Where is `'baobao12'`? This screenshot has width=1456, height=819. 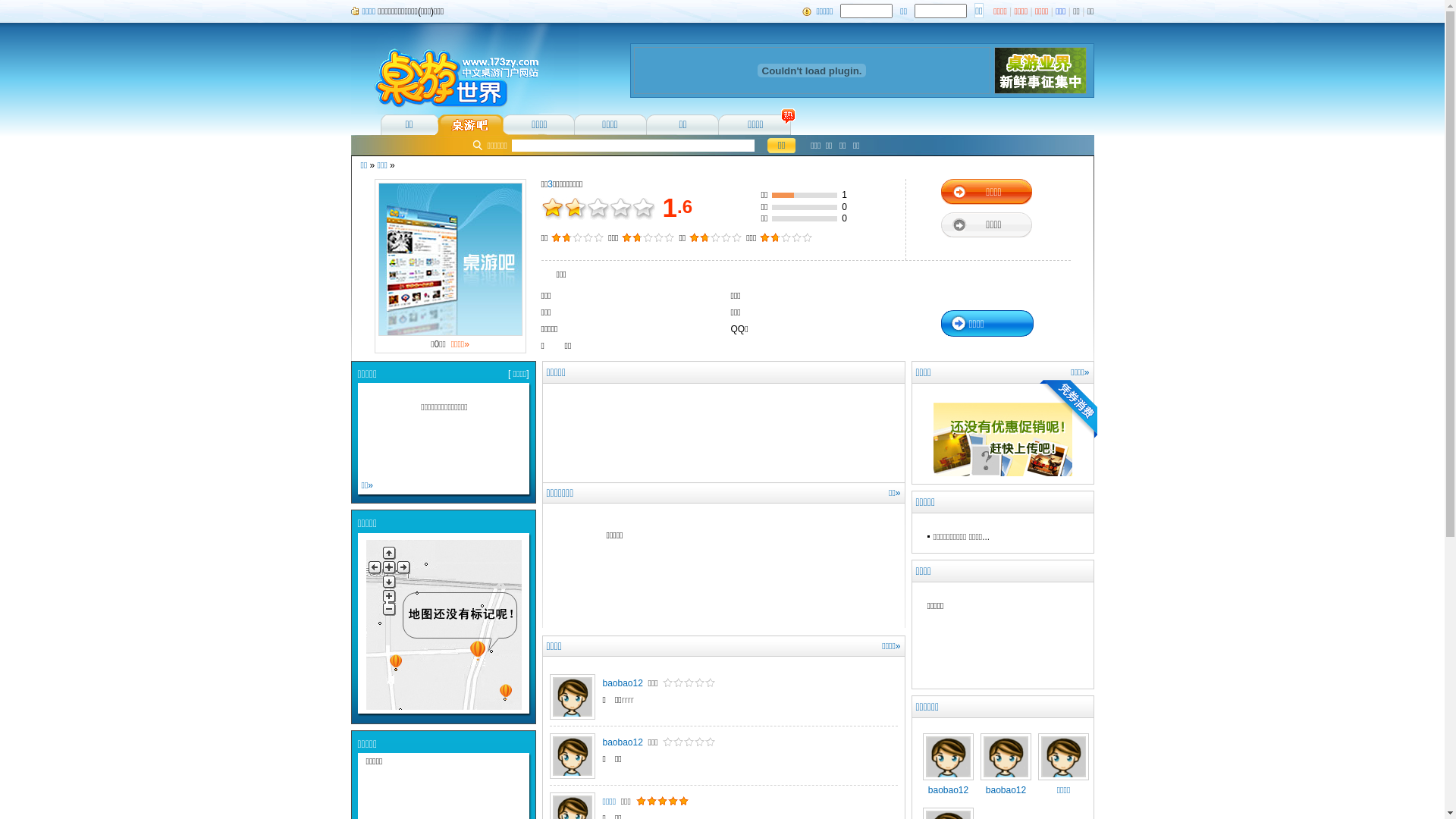 'baobao12' is located at coordinates (601, 742).